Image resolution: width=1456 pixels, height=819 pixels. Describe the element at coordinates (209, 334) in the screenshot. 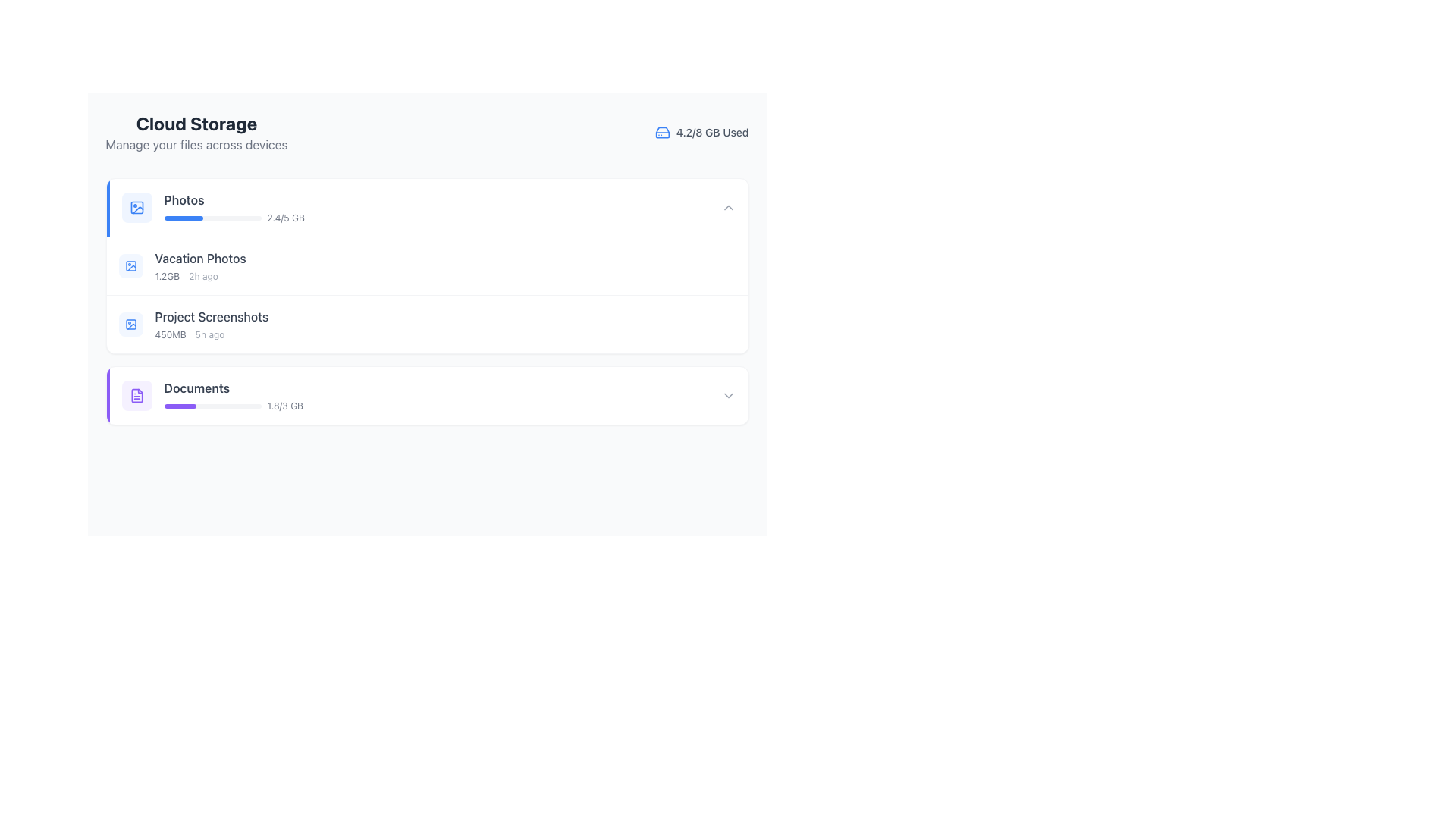

I see `the timestamp text label in the 'Project Screenshots' section of the 'Cloud Storage' interface, which indicates when the file was last modified or added` at that location.